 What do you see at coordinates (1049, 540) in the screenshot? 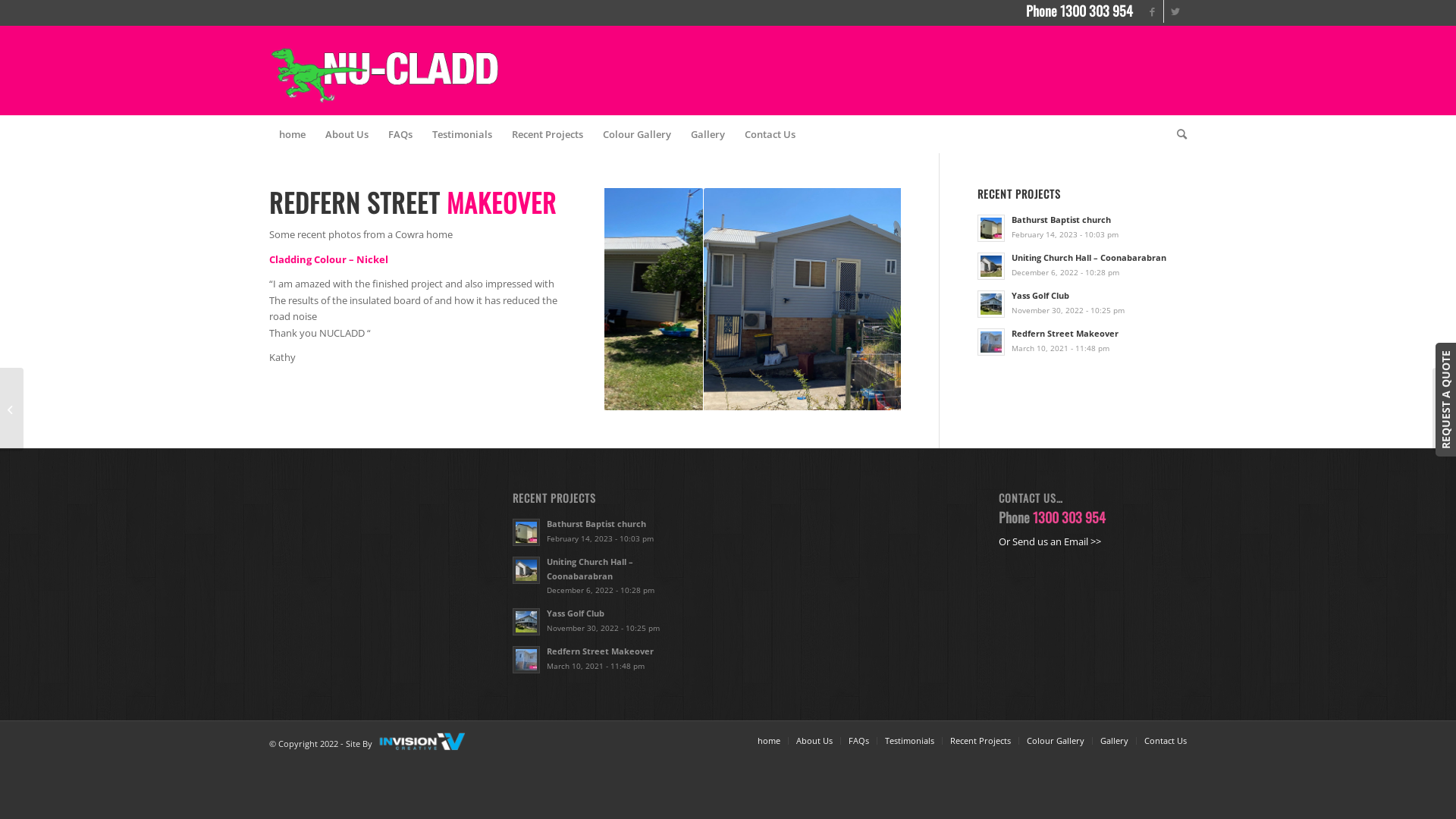
I see `'Or Send us an Email >>'` at bounding box center [1049, 540].